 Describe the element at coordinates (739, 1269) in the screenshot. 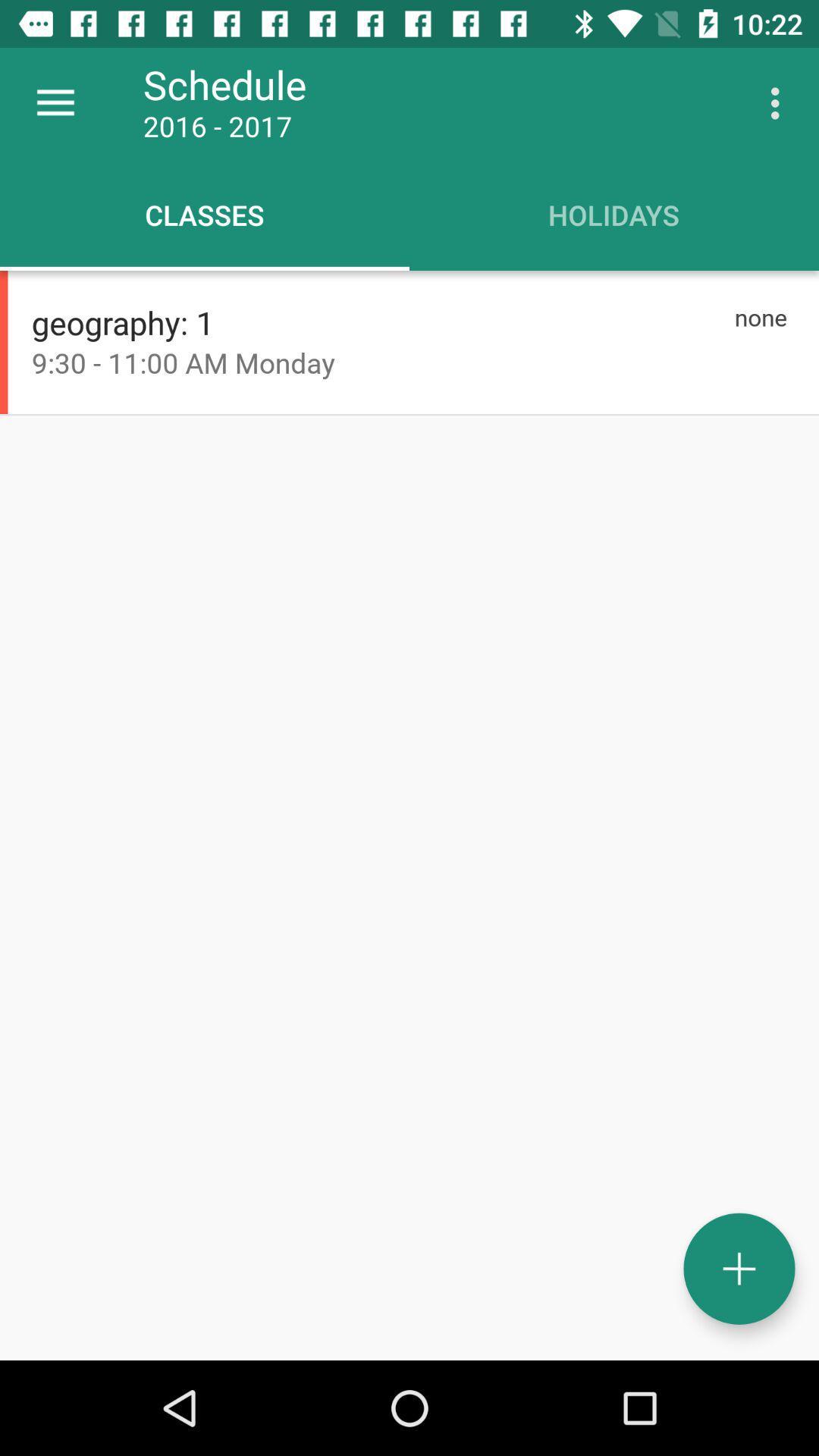

I see `event` at that location.